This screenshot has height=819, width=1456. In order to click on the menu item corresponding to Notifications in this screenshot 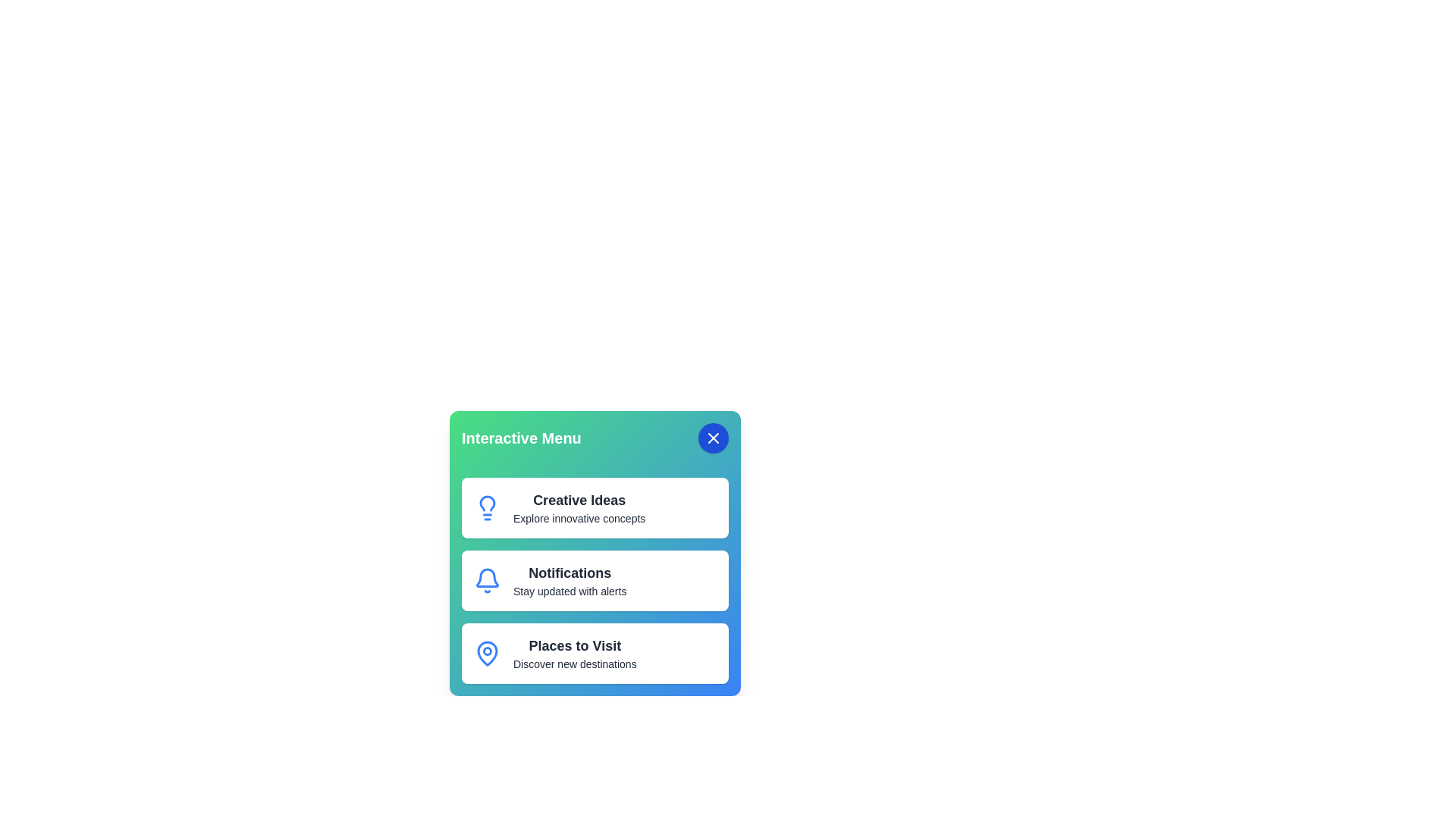, I will do `click(595, 580)`.